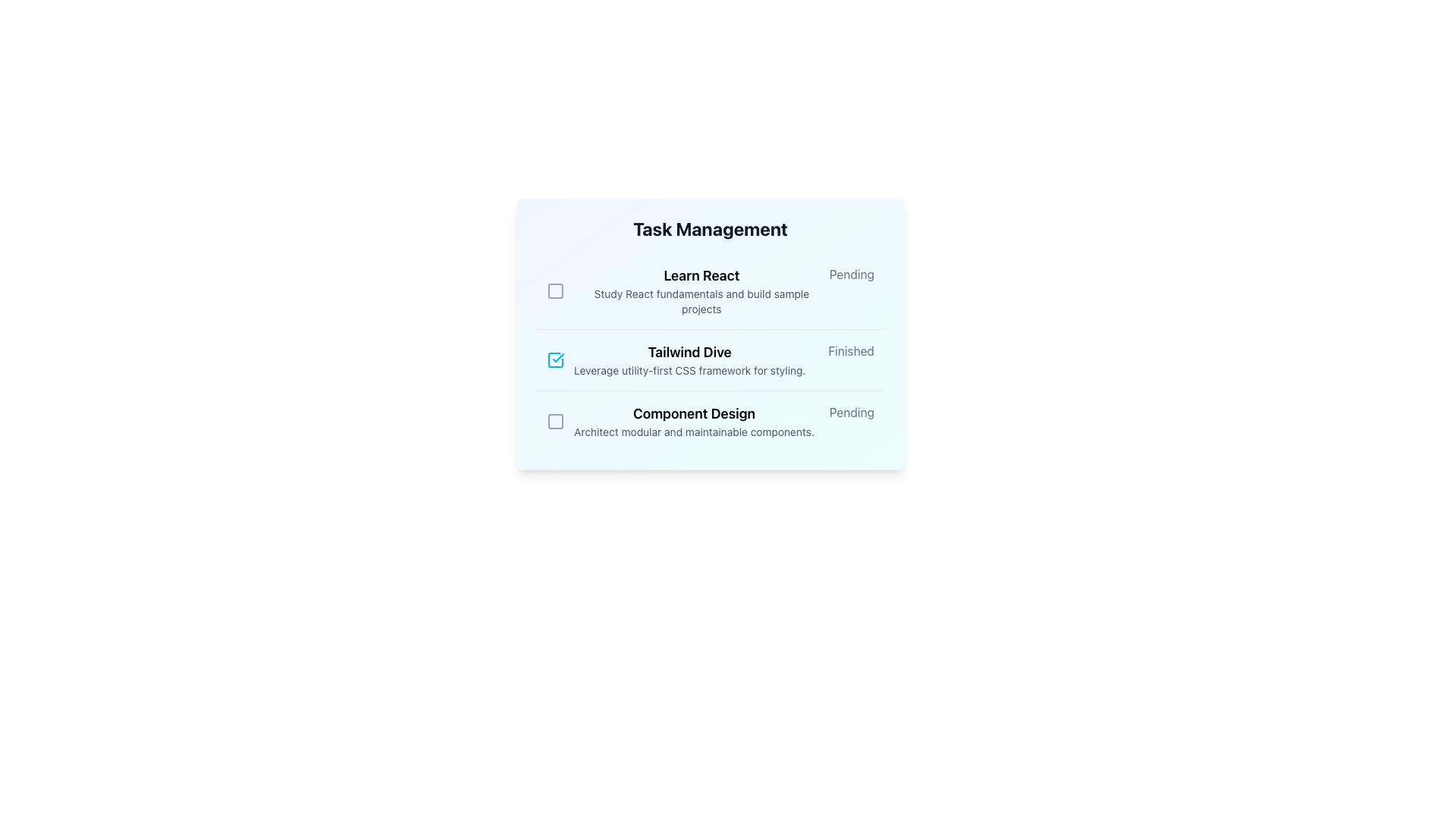 The image size is (1456, 819). Describe the element at coordinates (555, 421) in the screenshot. I see `the checkbox associated with the 'Component Design' task item` at that location.